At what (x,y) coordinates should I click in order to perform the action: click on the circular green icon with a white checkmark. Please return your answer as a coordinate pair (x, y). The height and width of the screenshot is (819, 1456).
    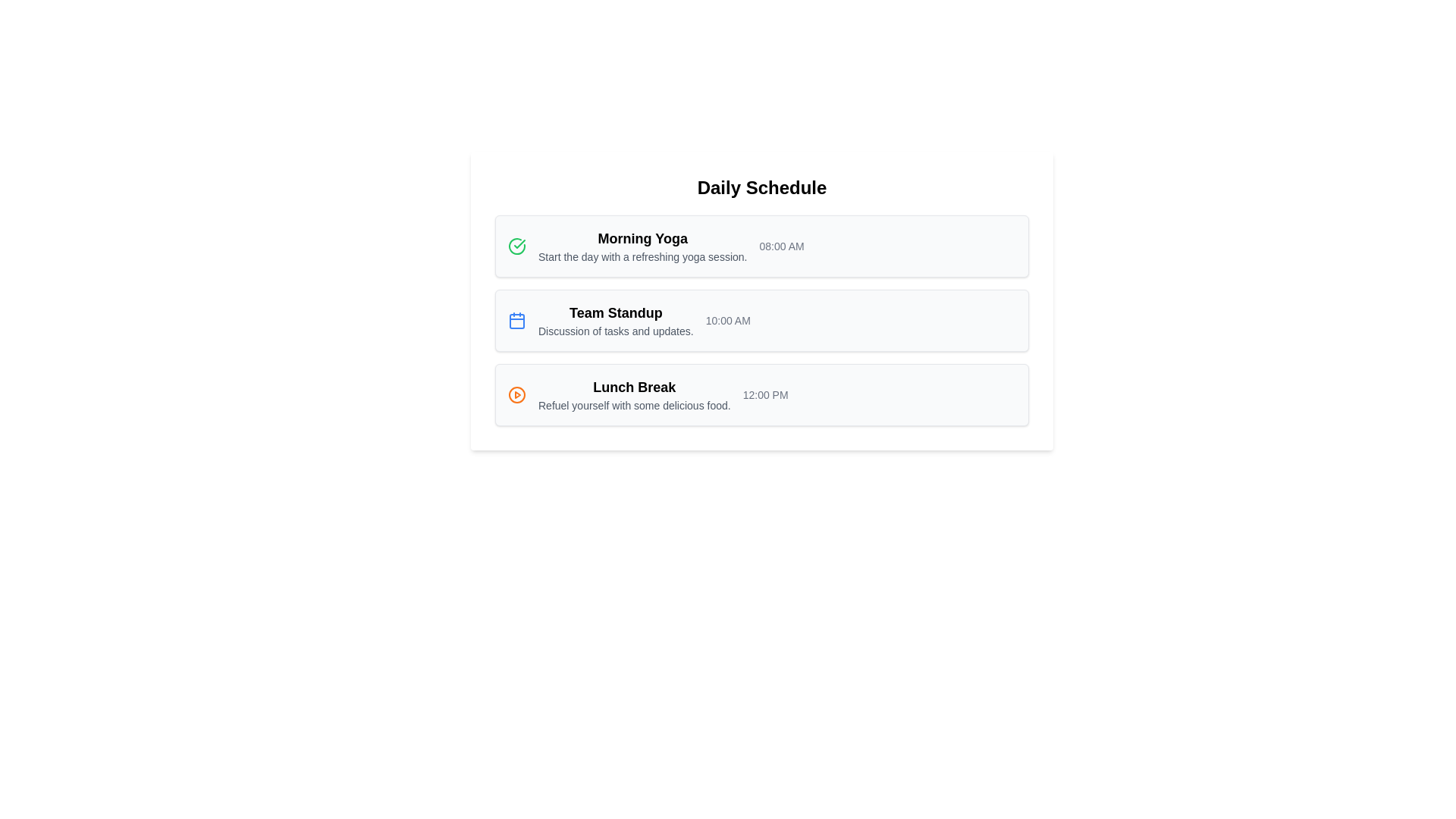
    Looking at the image, I should click on (516, 245).